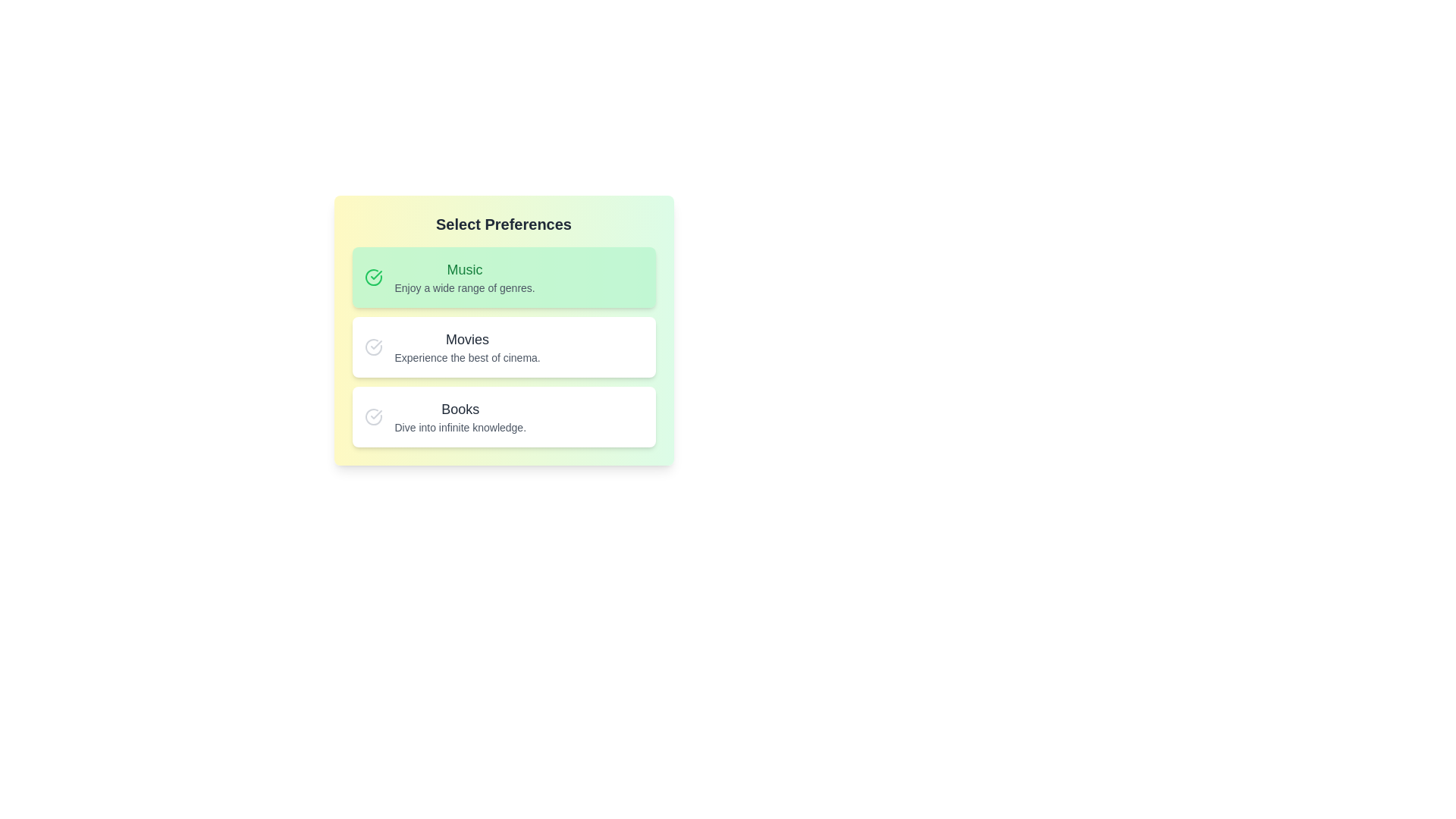 This screenshot has width=1456, height=819. I want to click on the preference Music, so click(504, 278).